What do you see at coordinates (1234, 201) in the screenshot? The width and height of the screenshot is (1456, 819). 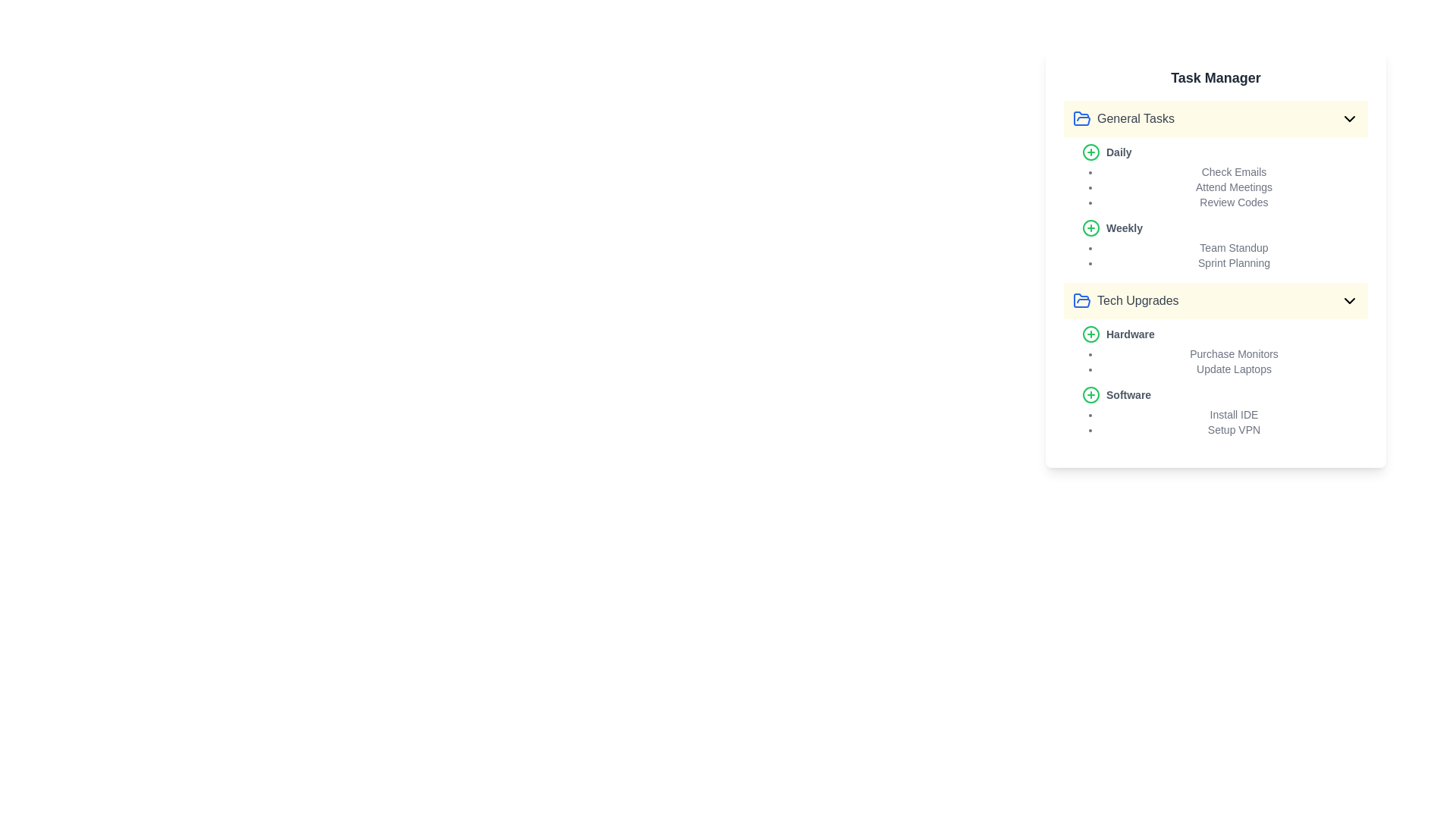 I see `the text label displaying 'Review Codes' in dark gray within the 'Daily' subsection of the task management layout` at bounding box center [1234, 201].